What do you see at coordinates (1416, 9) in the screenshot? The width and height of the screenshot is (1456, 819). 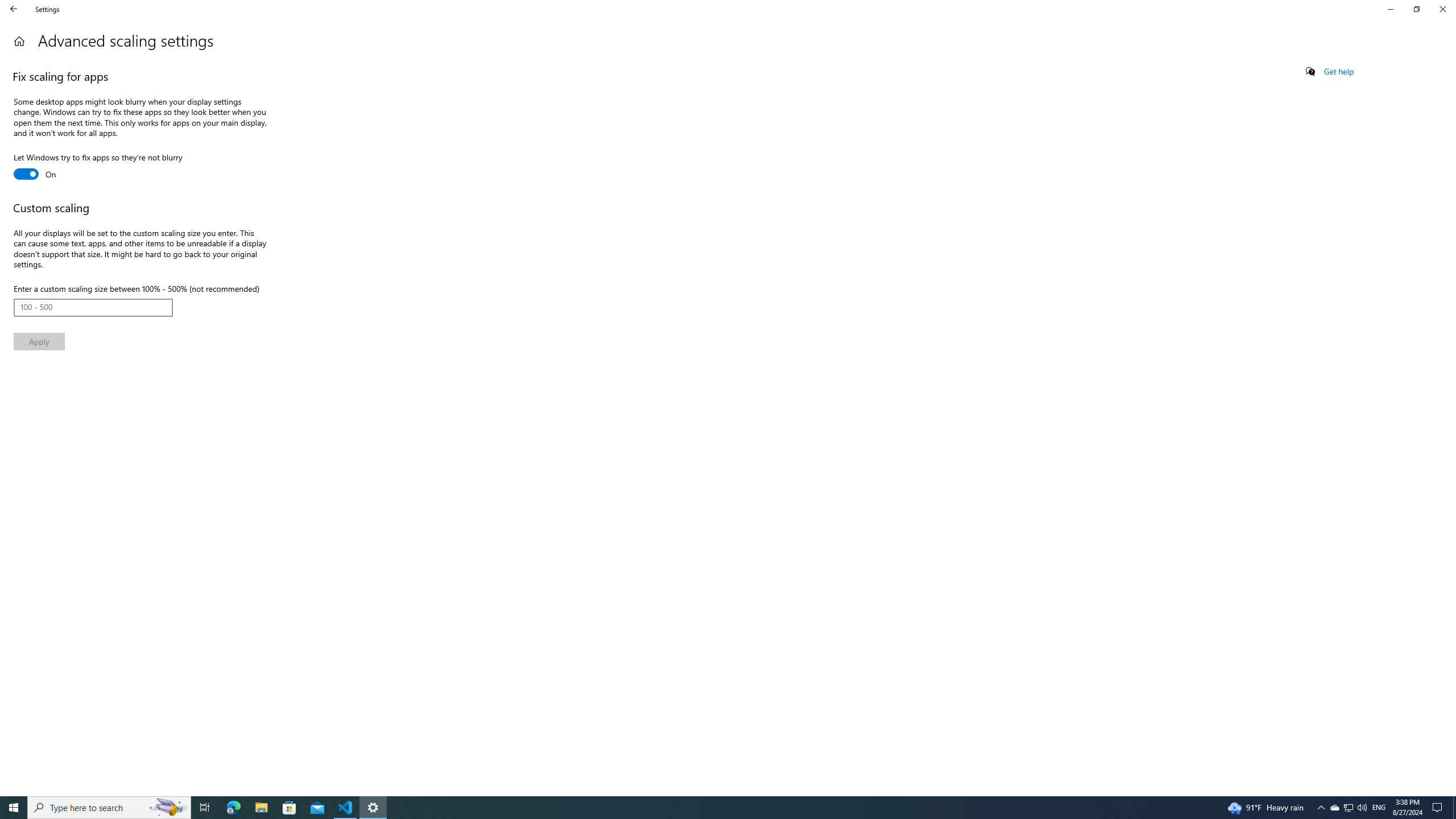 I see `'Restore Settings'` at bounding box center [1416, 9].